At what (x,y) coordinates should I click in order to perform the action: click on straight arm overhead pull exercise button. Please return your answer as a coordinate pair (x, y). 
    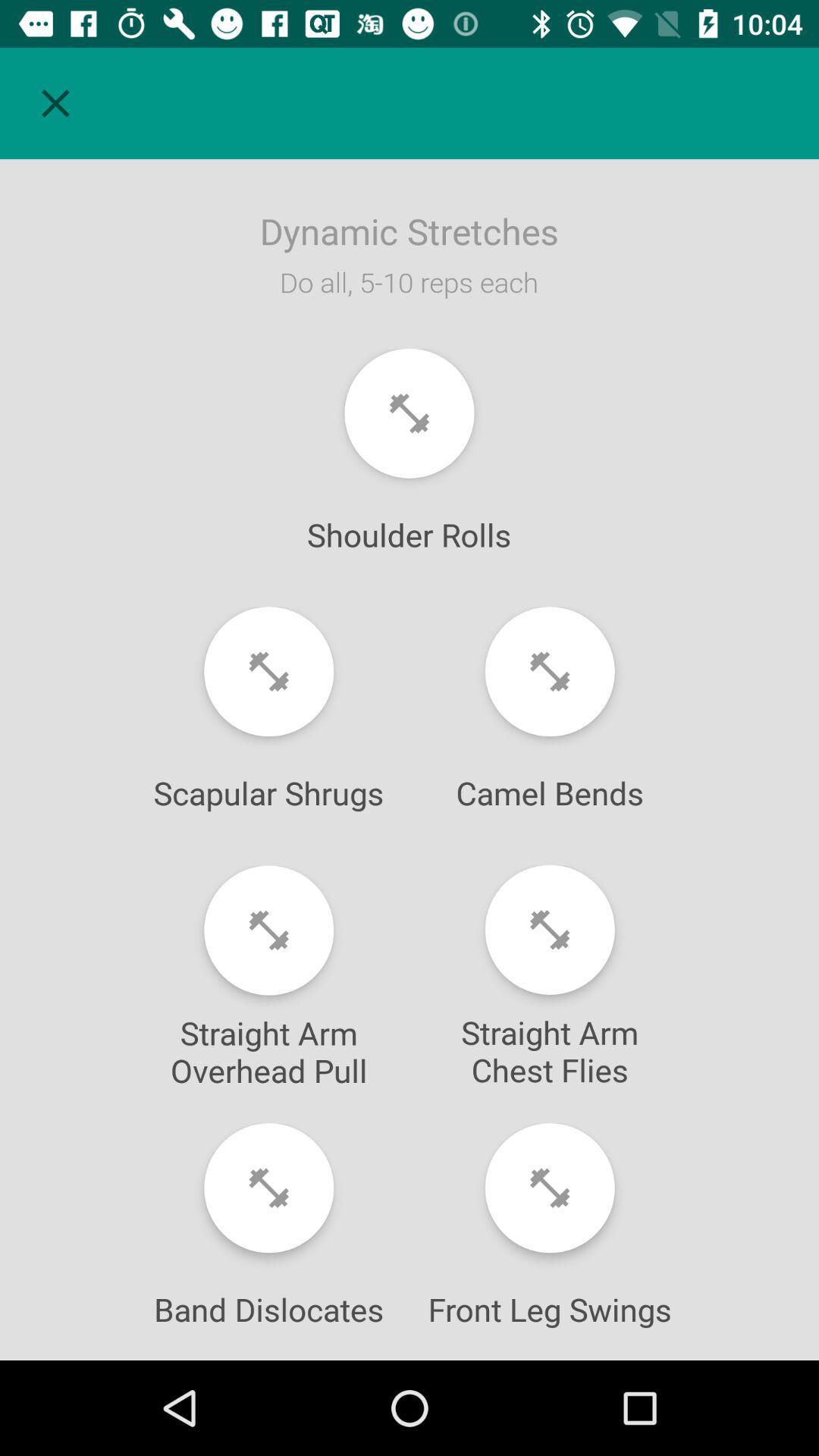
    Looking at the image, I should click on (268, 930).